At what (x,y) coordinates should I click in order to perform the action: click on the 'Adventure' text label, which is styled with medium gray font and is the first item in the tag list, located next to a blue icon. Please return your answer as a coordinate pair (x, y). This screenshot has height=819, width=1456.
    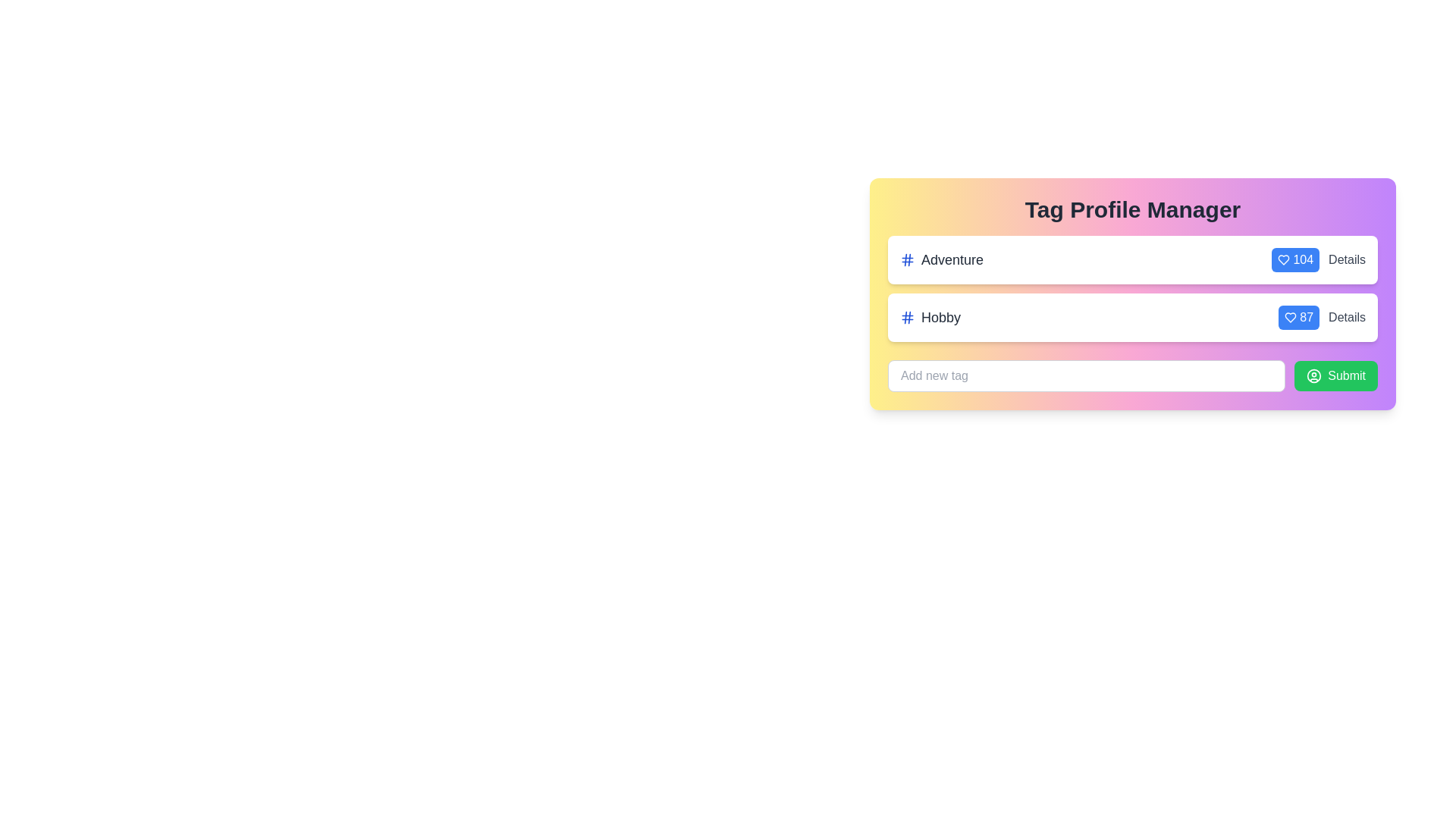
    Looking at the image, I should click on (952, 259).